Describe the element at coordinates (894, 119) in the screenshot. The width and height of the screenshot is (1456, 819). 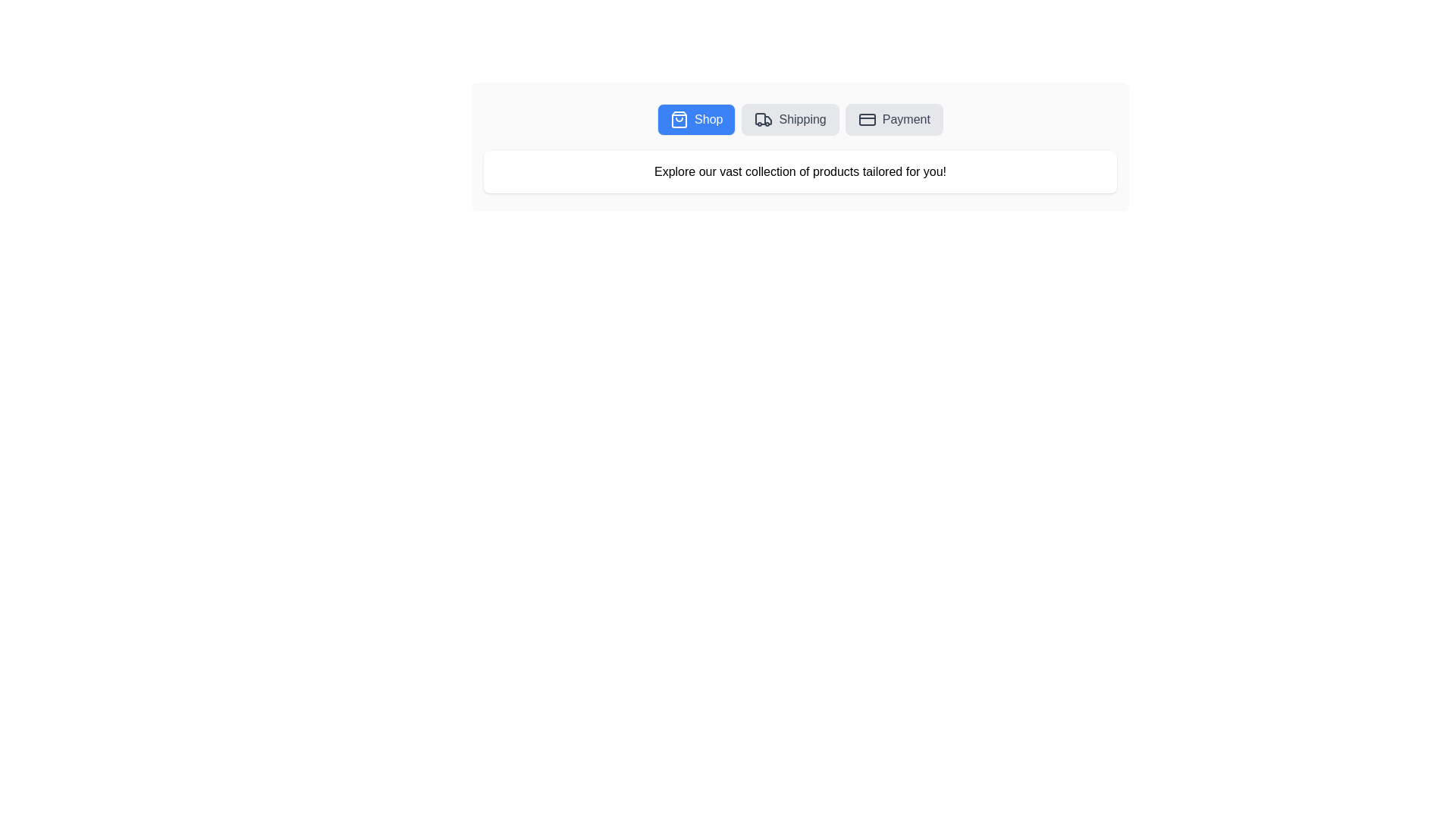
I see `the 'Payment' button, which has a credit card icon and is the third button in a row of three` at that location.